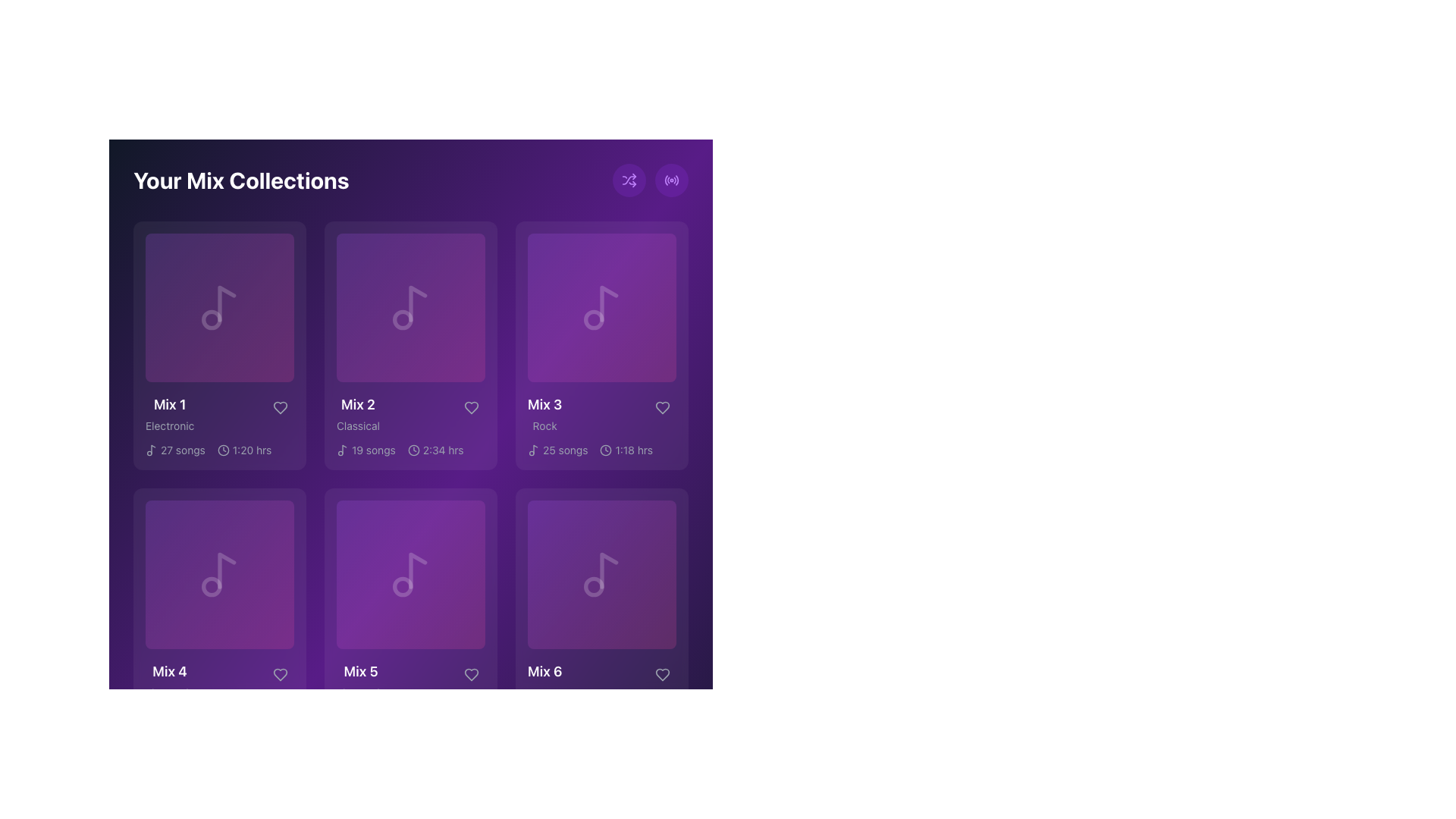  I want to click on the text element indicating the name 'Mix 4' which is located in the bottom-left section of the layout grid, inside the card for 'Mix 4', so click(170, 671).